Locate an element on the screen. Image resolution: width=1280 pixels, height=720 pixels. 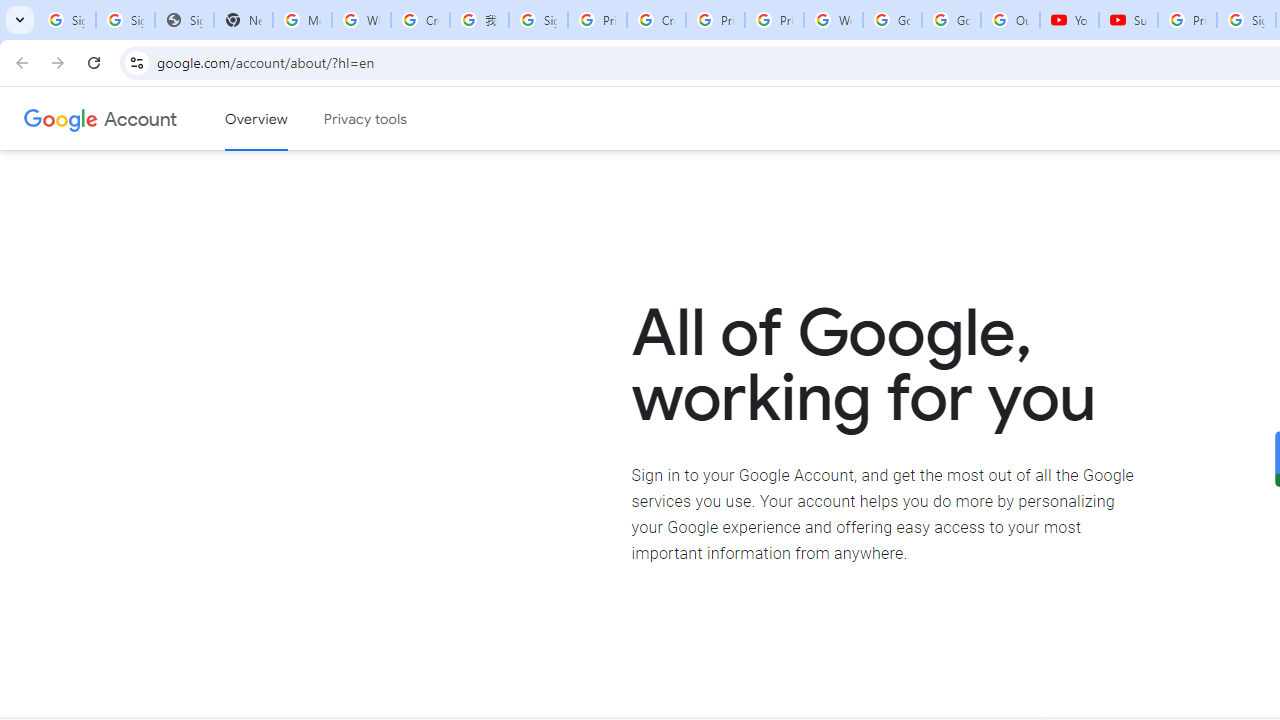
'Create your Google Account' is located at coordinates (419, 20).